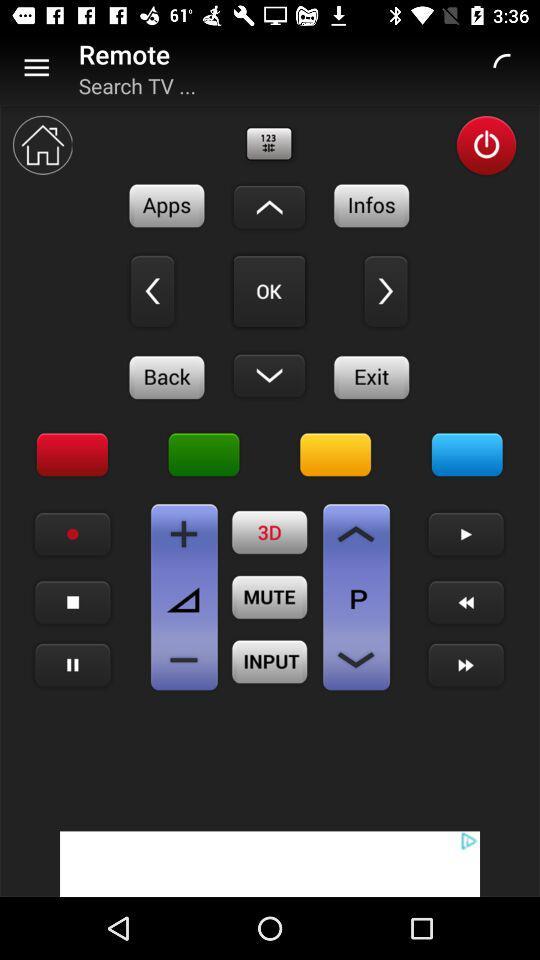 Image resolution: width=540 pixels, height=960 pixels. I want to click on stop playback, so click(72, 601).